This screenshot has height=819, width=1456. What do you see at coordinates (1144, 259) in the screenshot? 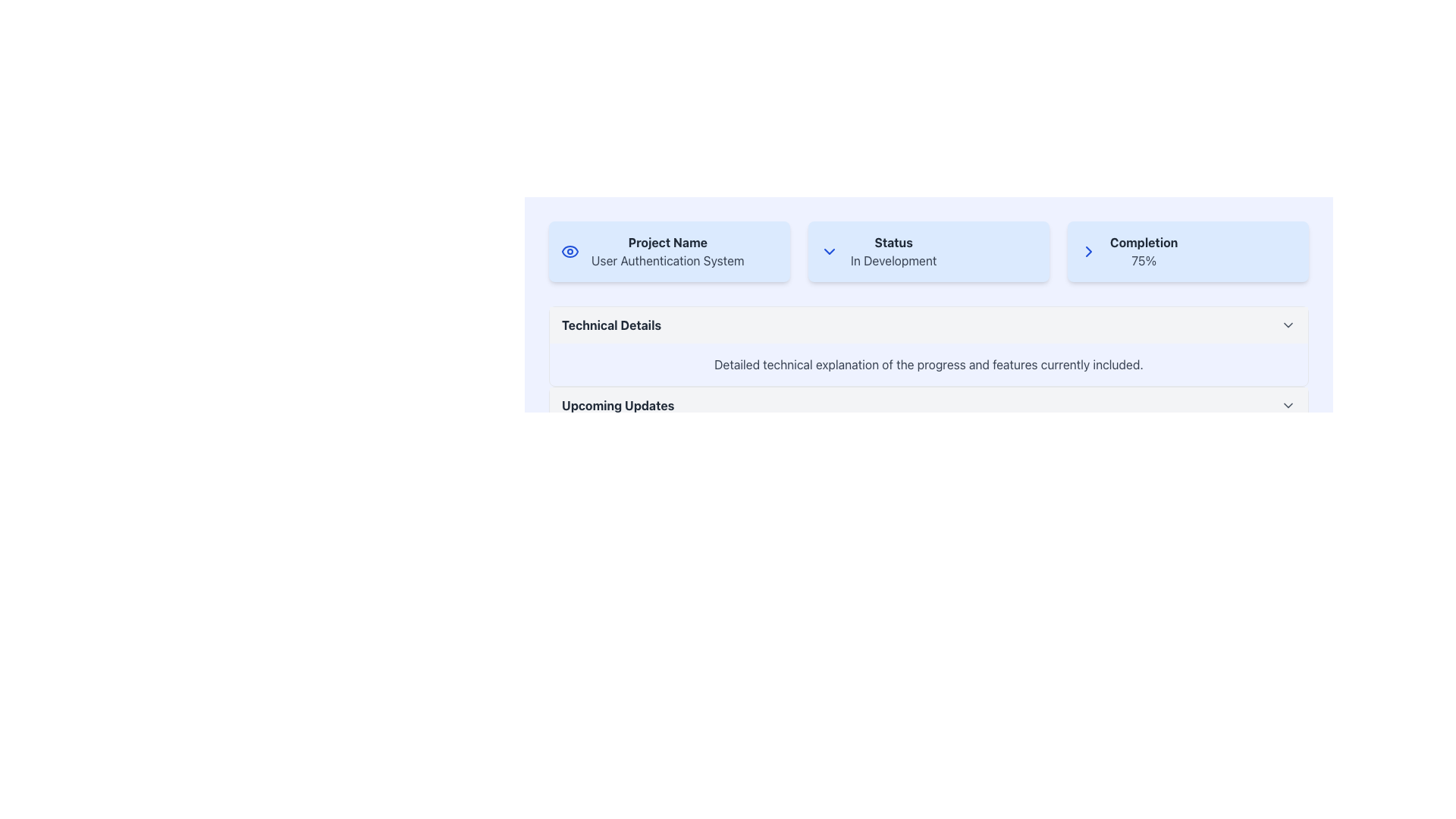
I see `the status percentage text label indicating progress level in the 'Completion' category located in the lower-right portion of the card labeled 'Completion'` at bounding box center [1144, 259].